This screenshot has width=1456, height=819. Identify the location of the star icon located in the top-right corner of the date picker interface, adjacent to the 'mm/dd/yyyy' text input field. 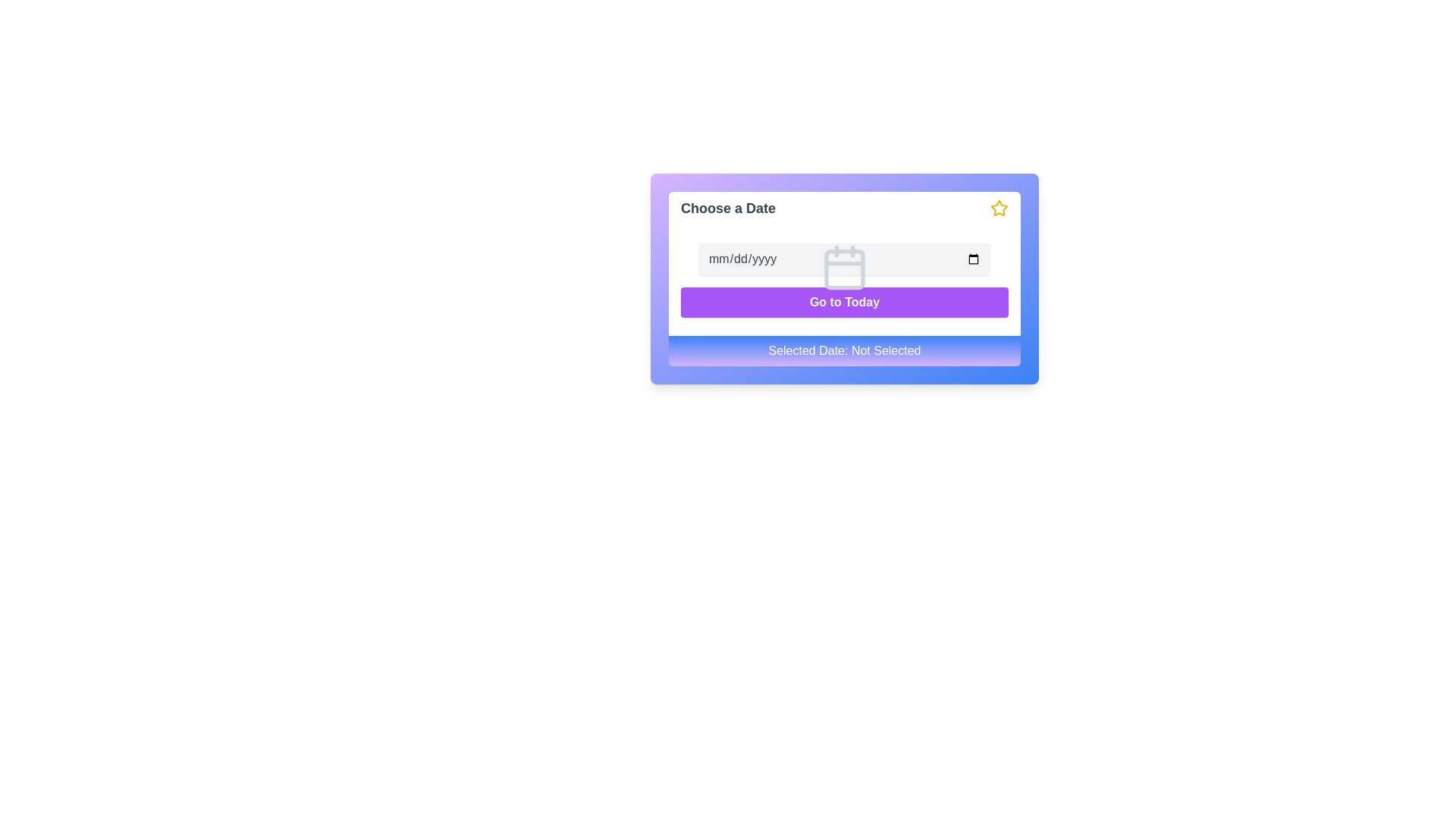
(999, 208).